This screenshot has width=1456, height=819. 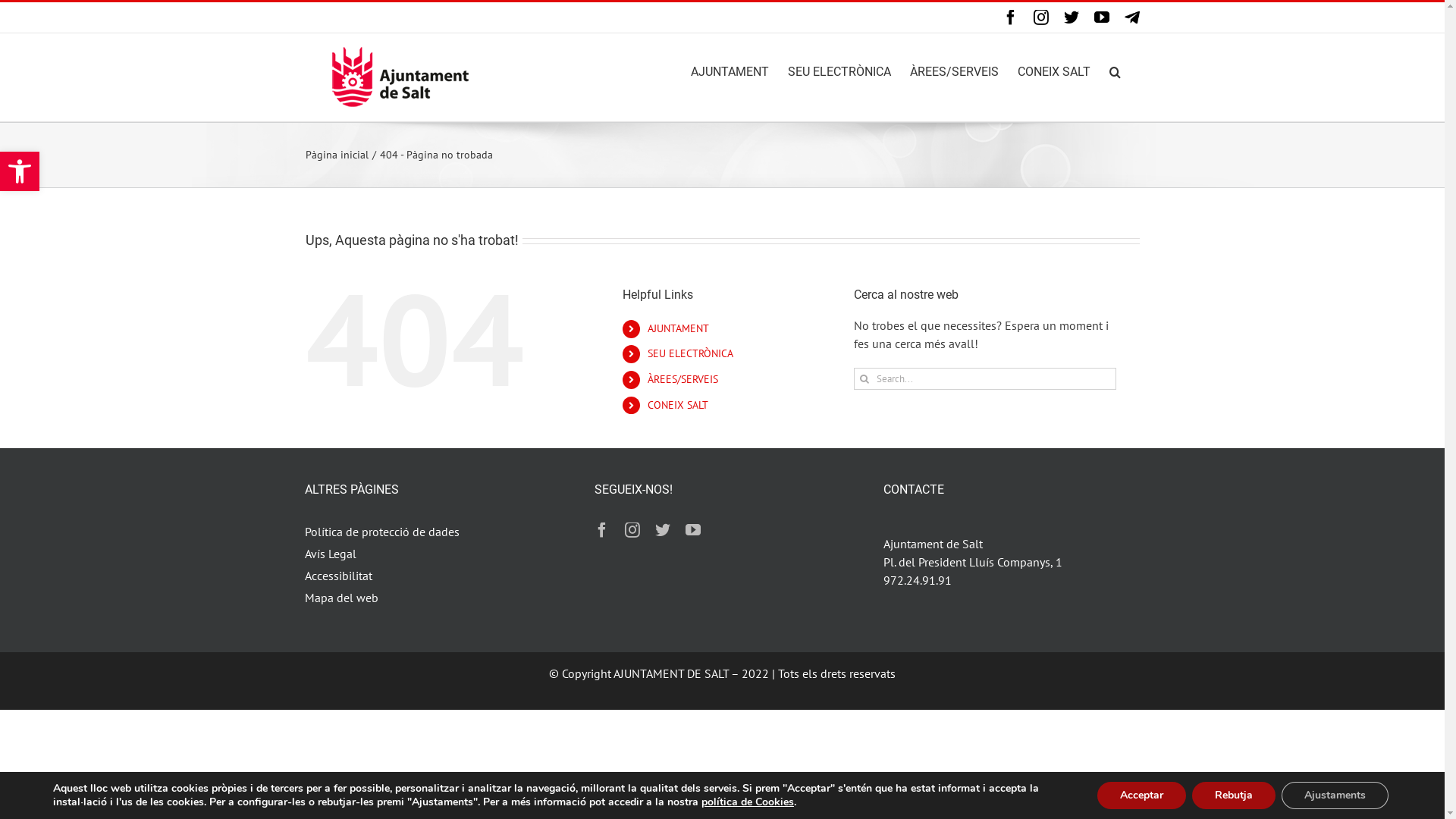 What do you see at coordinates (1010, 17) in the screenshot?
I see `'Facebook'` at bounding box center [1010, 17].